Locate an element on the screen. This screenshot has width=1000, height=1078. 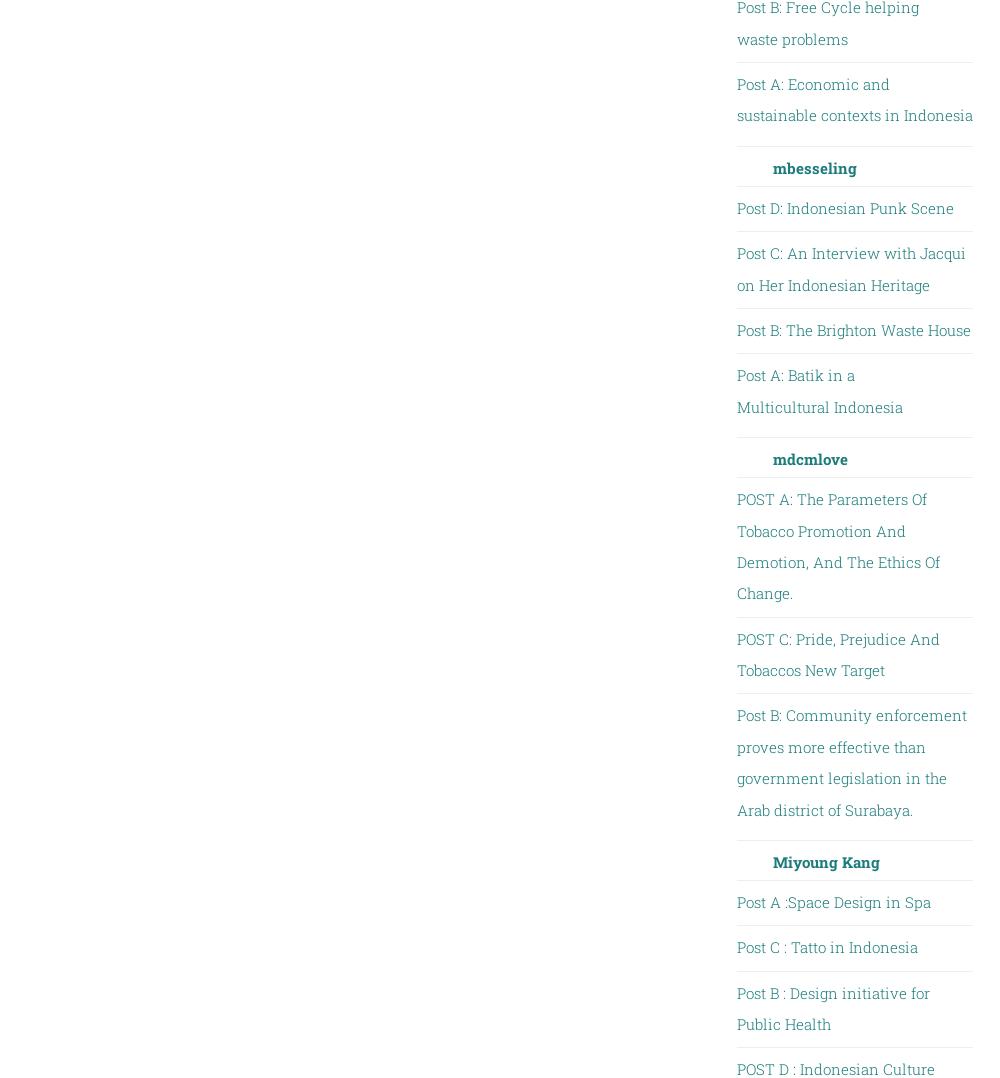
'Post C : Tatto in Indonesia' is located at coordinates (825, 946).